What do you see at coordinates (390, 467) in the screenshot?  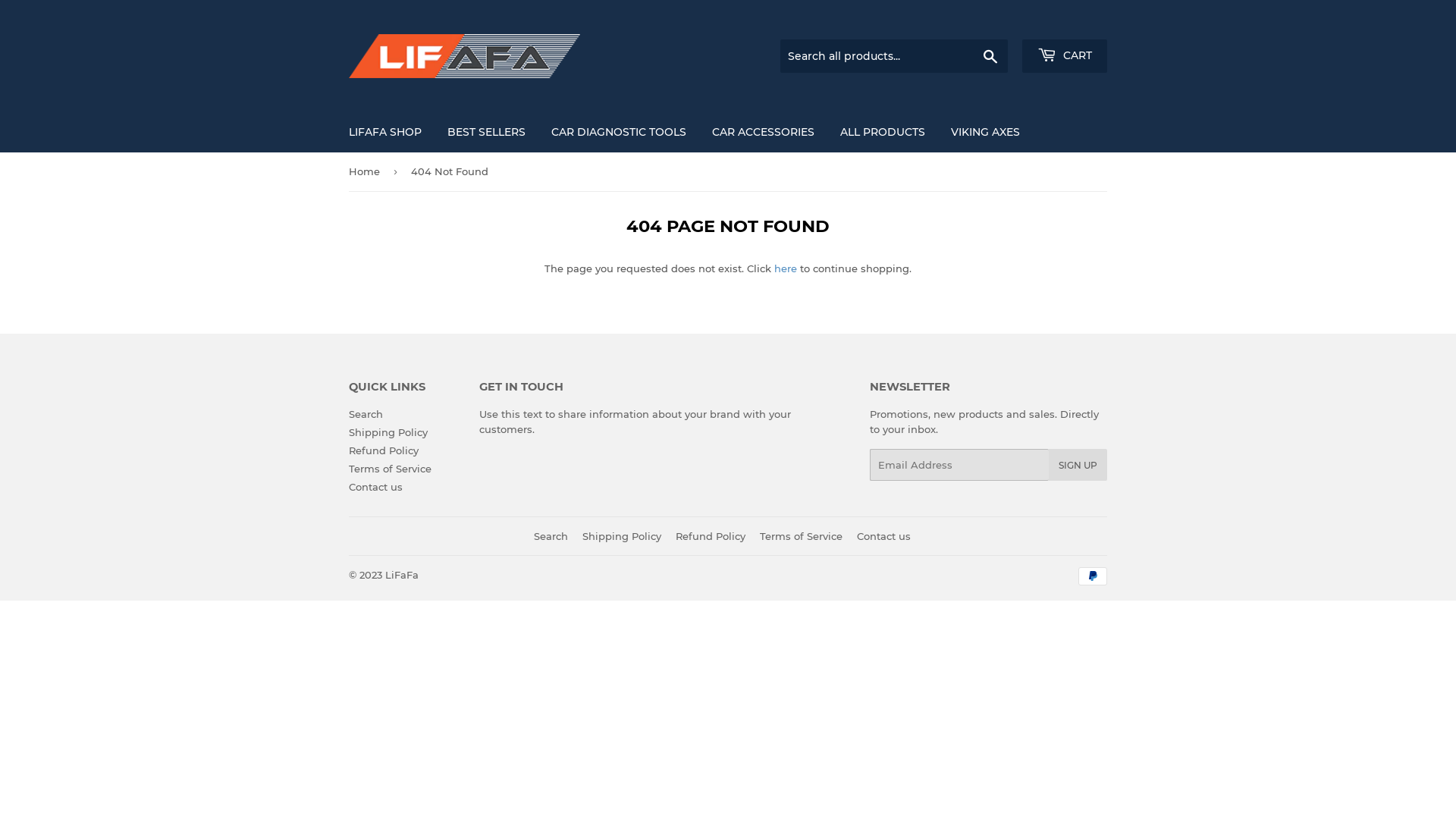 I see `'Terms of Service'` at bounding box center [390, 467].